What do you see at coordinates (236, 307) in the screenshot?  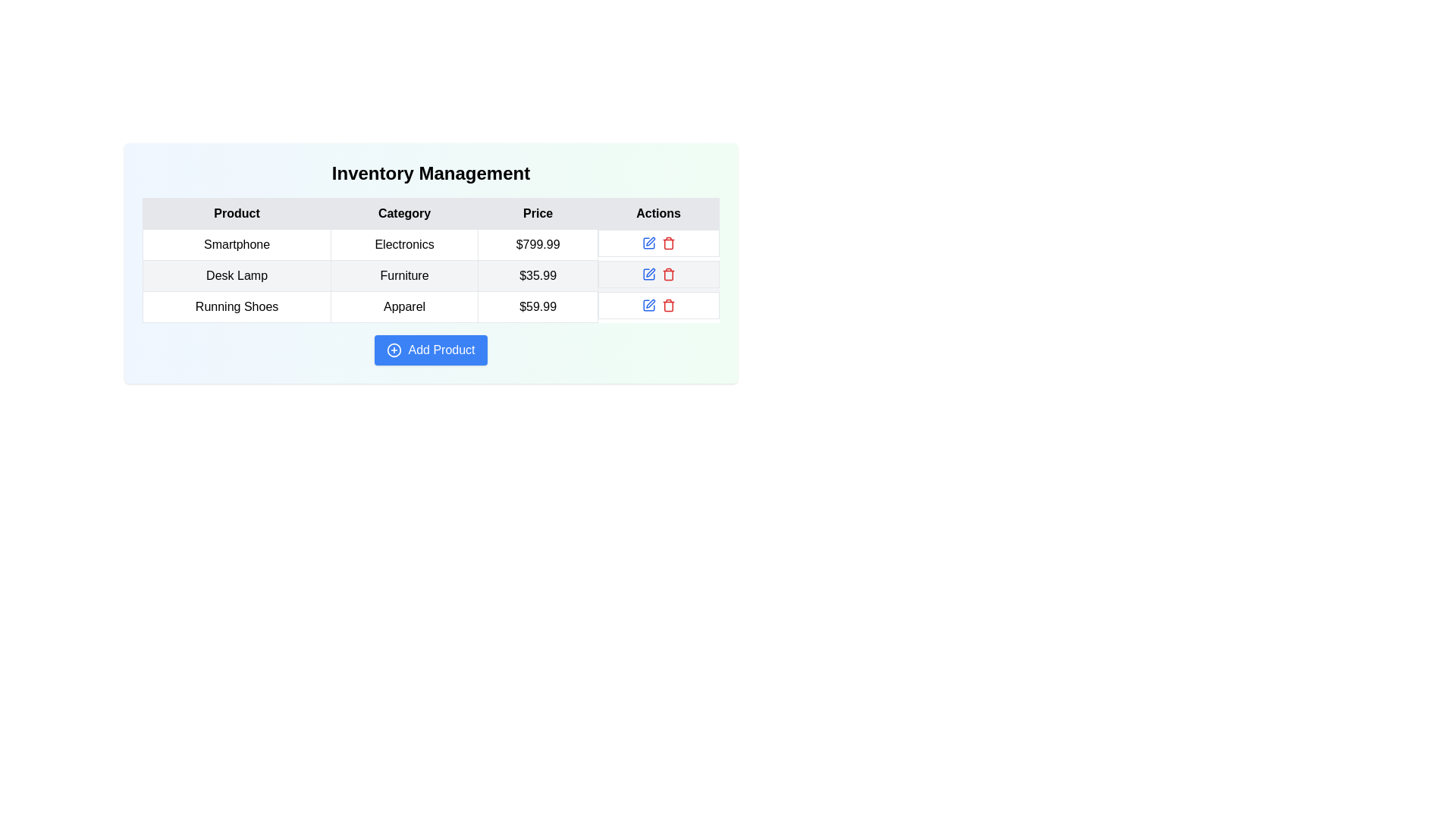 I see `text from the Text display cell containing 'Running Shoes', which is the first cell in the 'Product' column of the table` at bounding box center [236, 307].